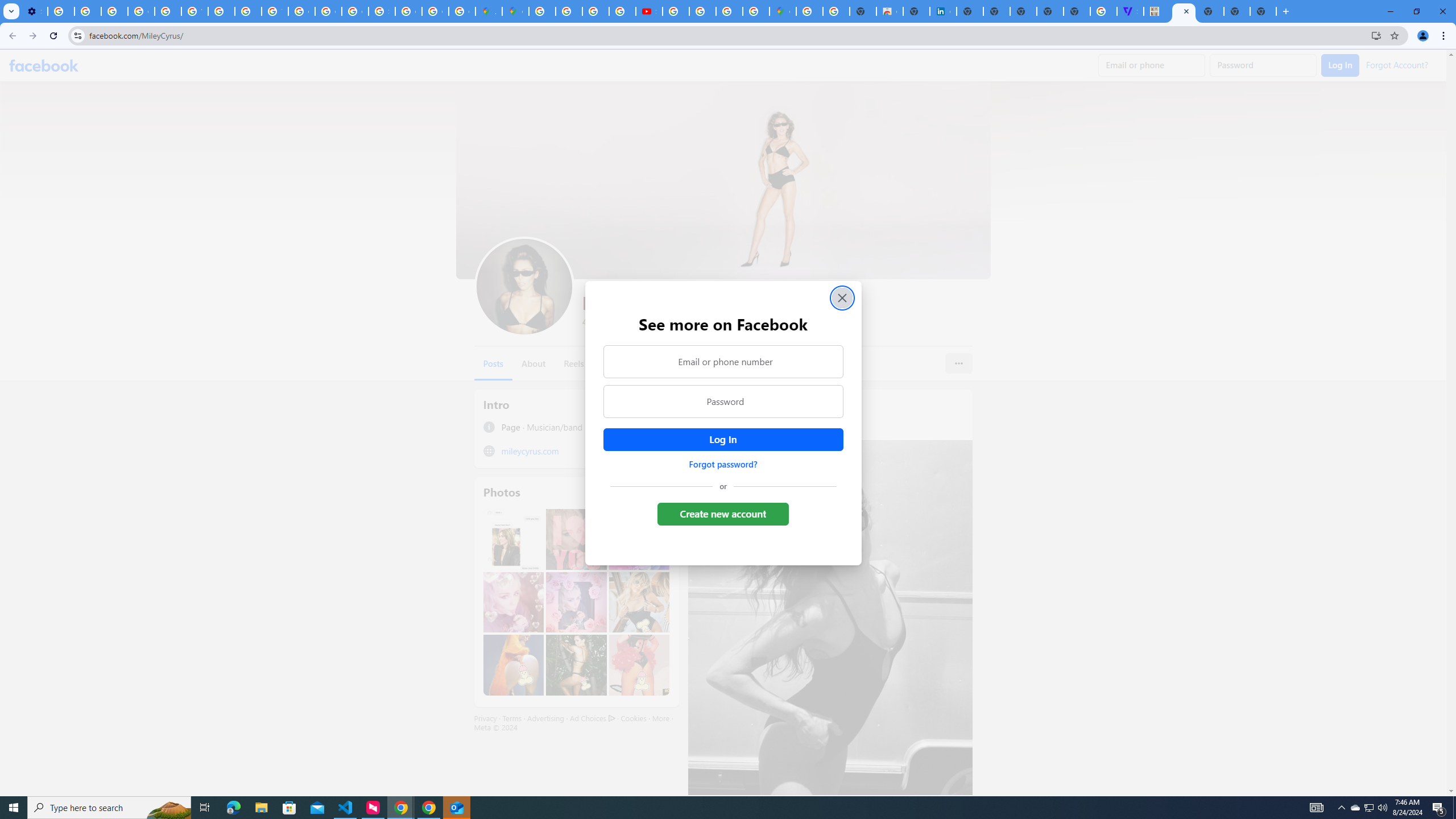  What do you see at coordinates (60, 11) in the screenshot?
I see `'Delete photos & videos - Computer - Google Photos Help'` at bounding box center [60, 11].